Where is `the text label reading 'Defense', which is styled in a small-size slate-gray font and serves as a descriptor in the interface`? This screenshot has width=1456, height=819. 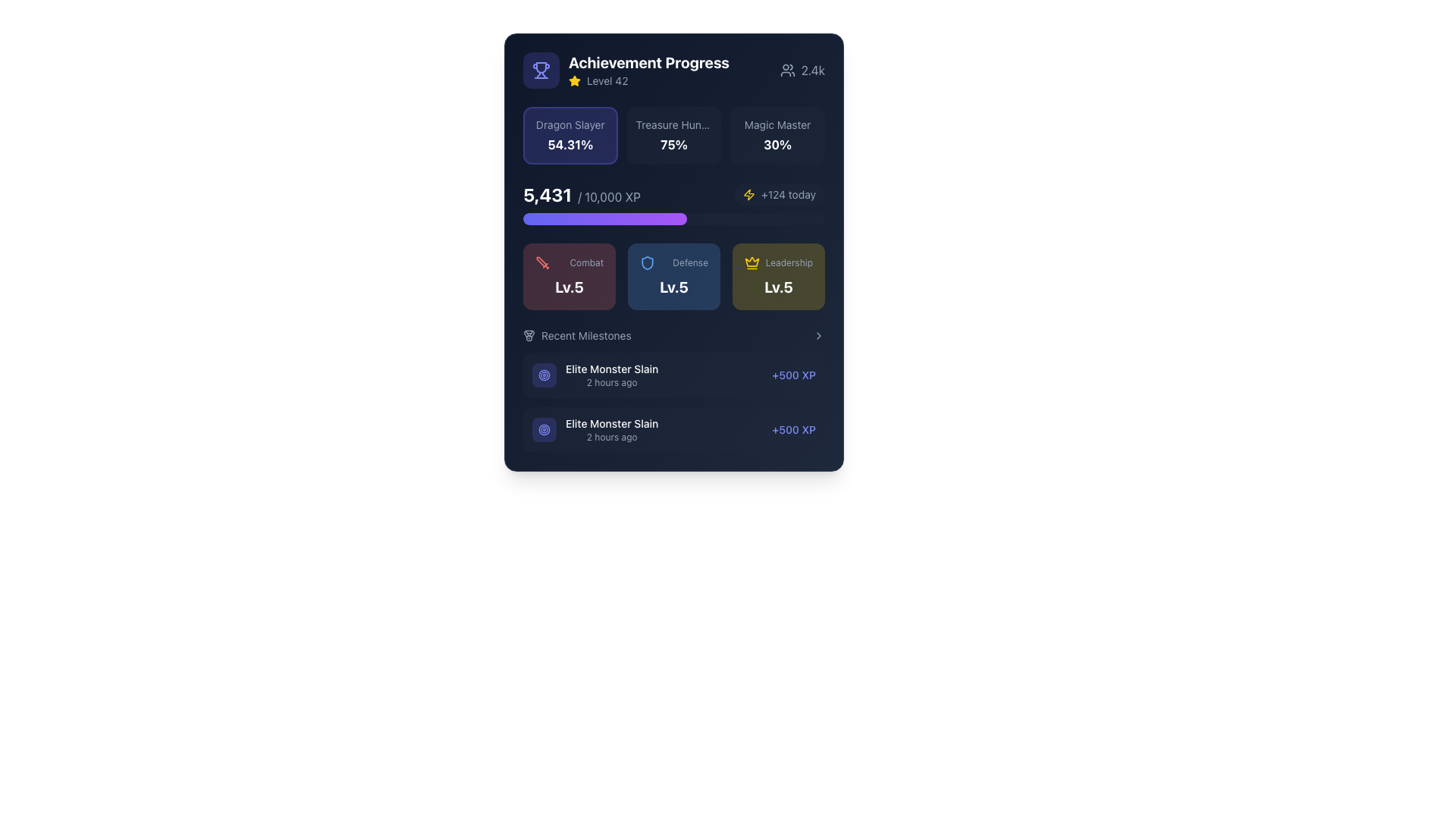 the text label reading 'Defense', which is styled in a small-size slate-gray font and serves as a descriptor in the interface is located at coordinates (689, 262).